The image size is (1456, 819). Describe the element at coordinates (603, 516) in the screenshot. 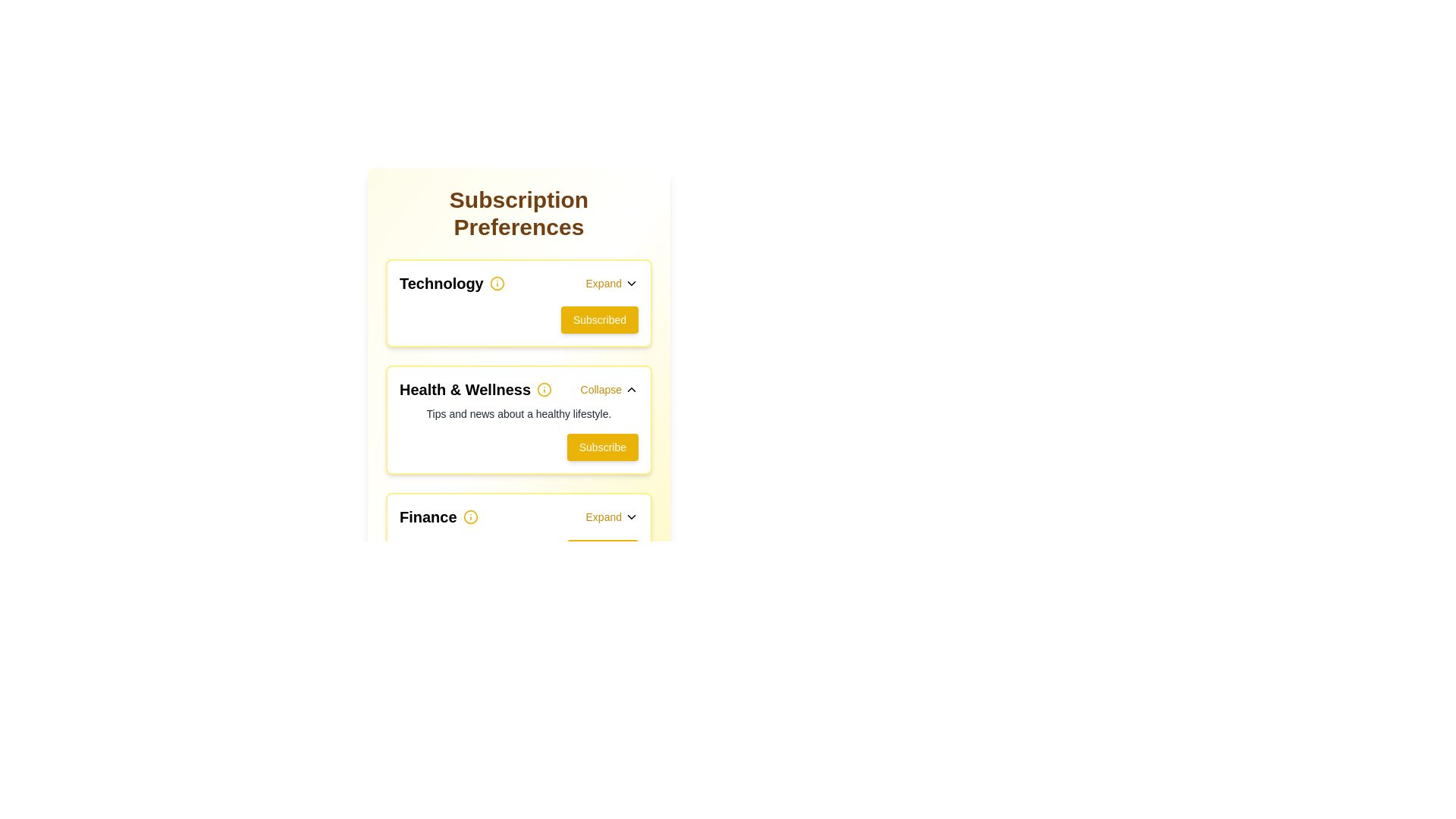

I see `the text label in the 'Finance' subscription section, which informs the user about the expandable section and is located adjacent to the dropdown arrow icon` at that location.